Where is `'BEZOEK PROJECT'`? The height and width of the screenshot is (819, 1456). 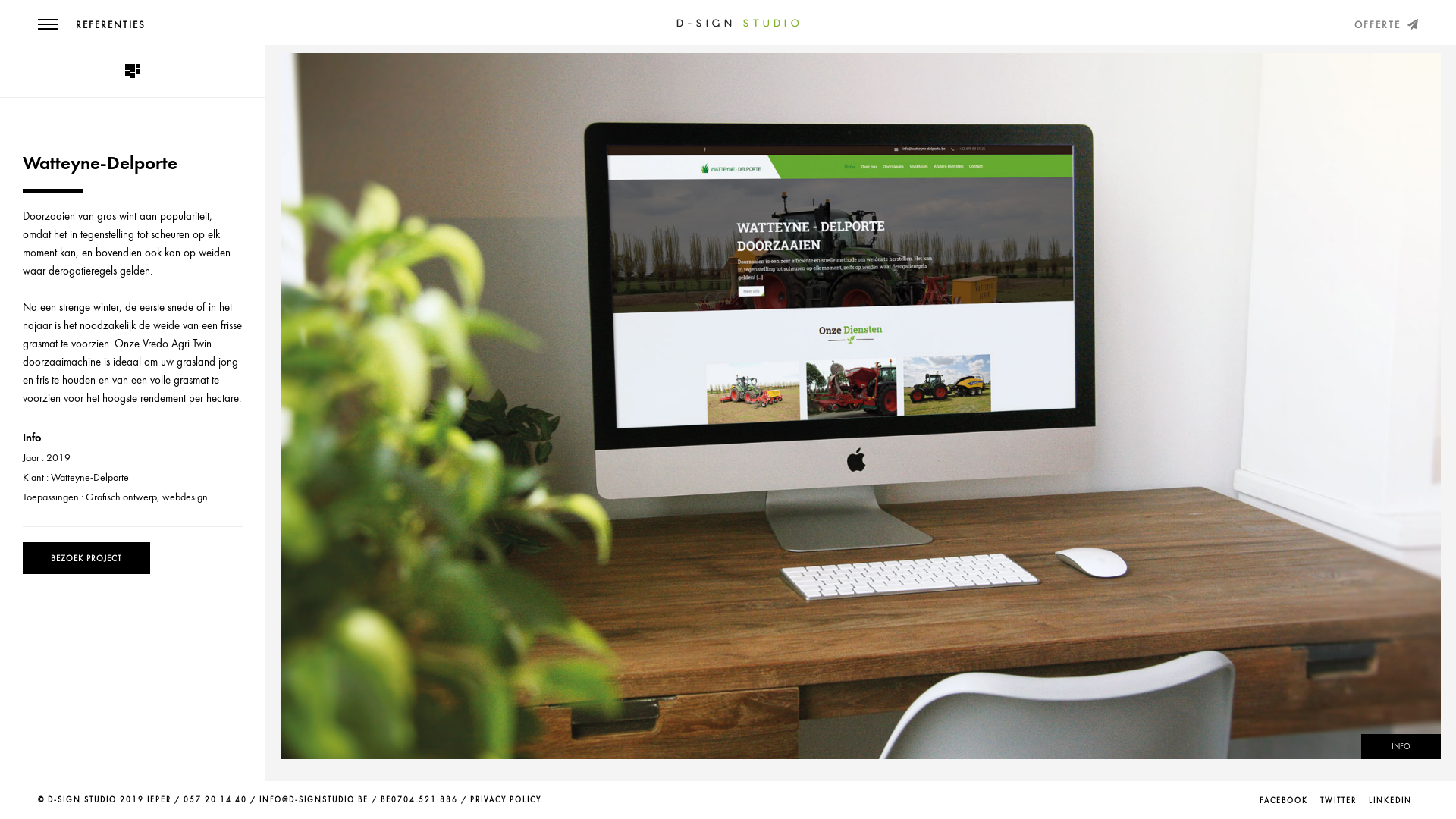 'BEZOEK PROJECT' is located at coordinates (86, 558).